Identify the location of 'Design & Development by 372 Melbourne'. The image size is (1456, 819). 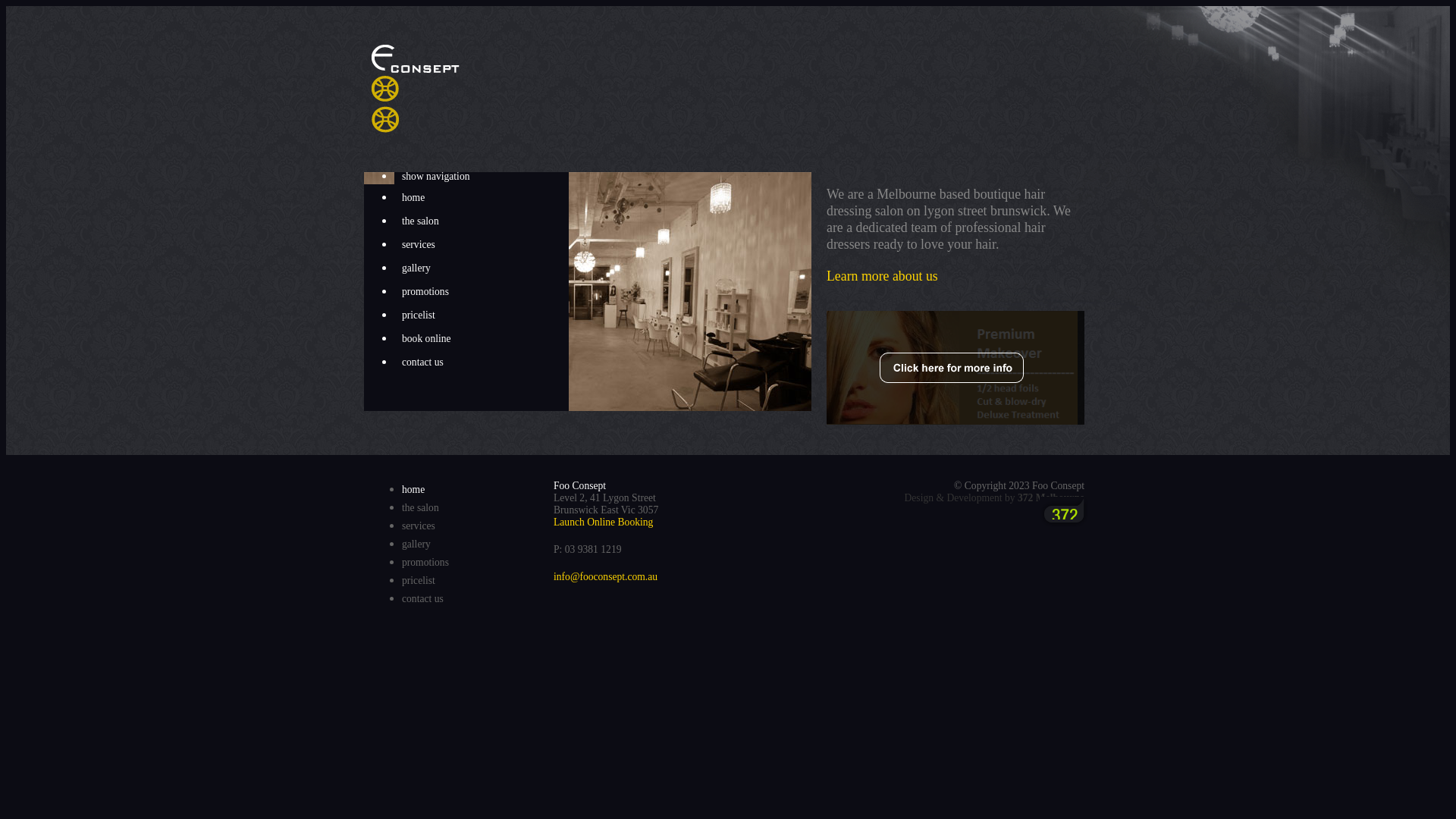
(993, 497).